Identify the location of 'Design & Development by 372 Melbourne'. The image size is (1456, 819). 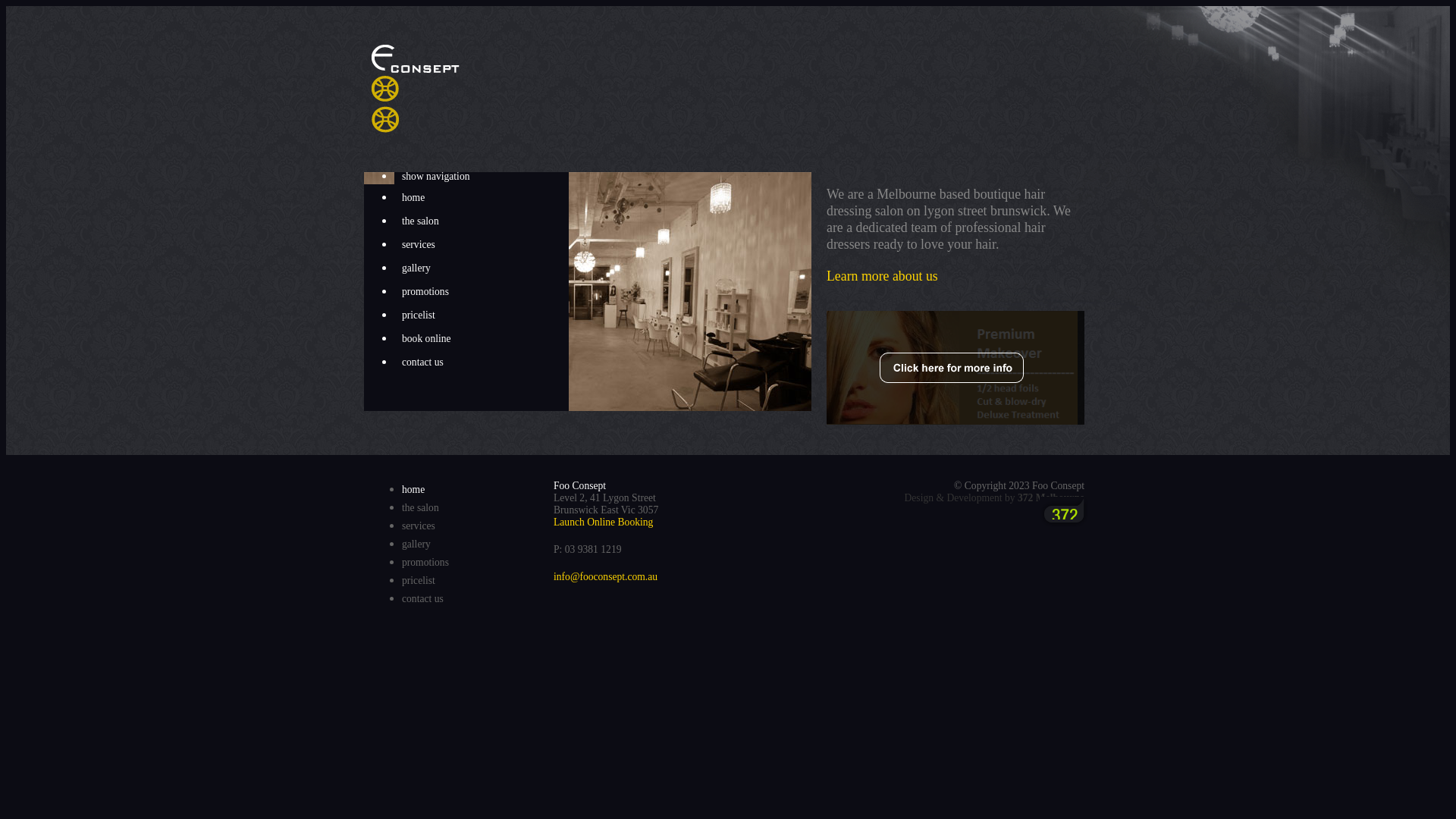
(993, 497).